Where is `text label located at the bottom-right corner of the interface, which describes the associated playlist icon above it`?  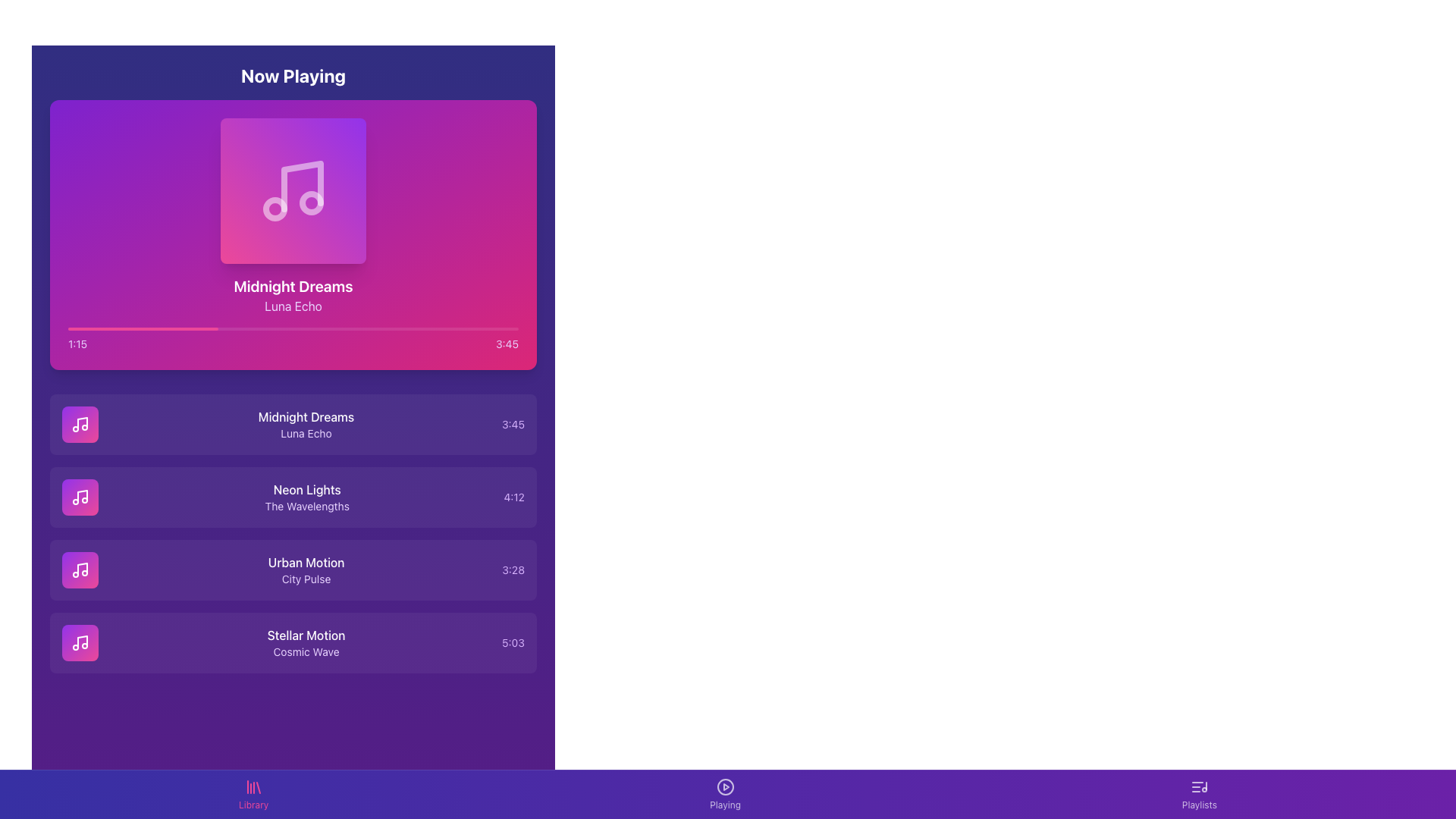
text label located at the bottom-right corner of the interface, which describes the associated playlist icon above it is located at coordinates (1198, 804).